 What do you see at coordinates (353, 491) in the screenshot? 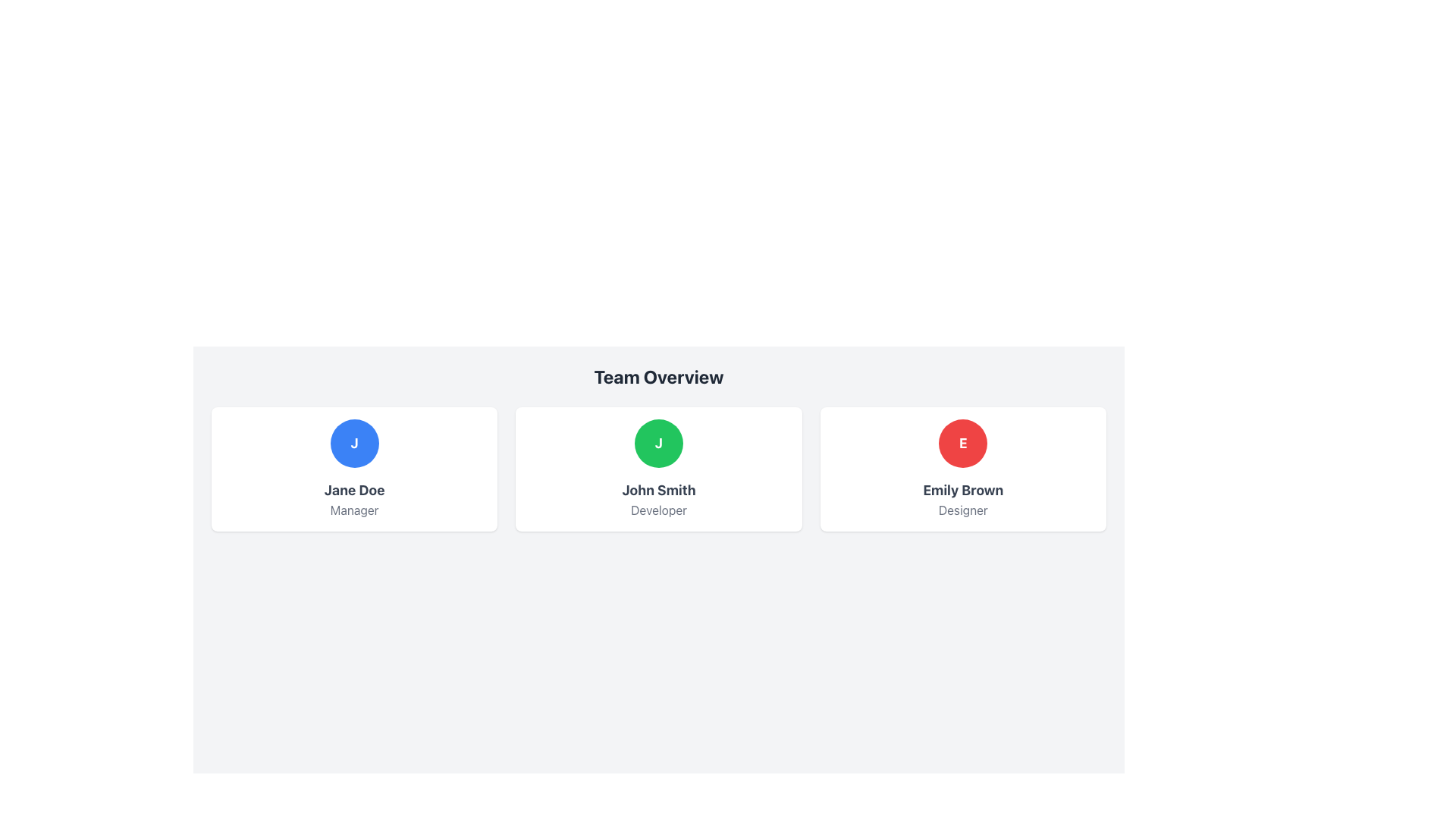
I see `the 'Jane Doe' text label displayed in bold font, positioned below a blue circular icon and above a smaller text element reading 'Manager'` at bounding box center [353, 491].